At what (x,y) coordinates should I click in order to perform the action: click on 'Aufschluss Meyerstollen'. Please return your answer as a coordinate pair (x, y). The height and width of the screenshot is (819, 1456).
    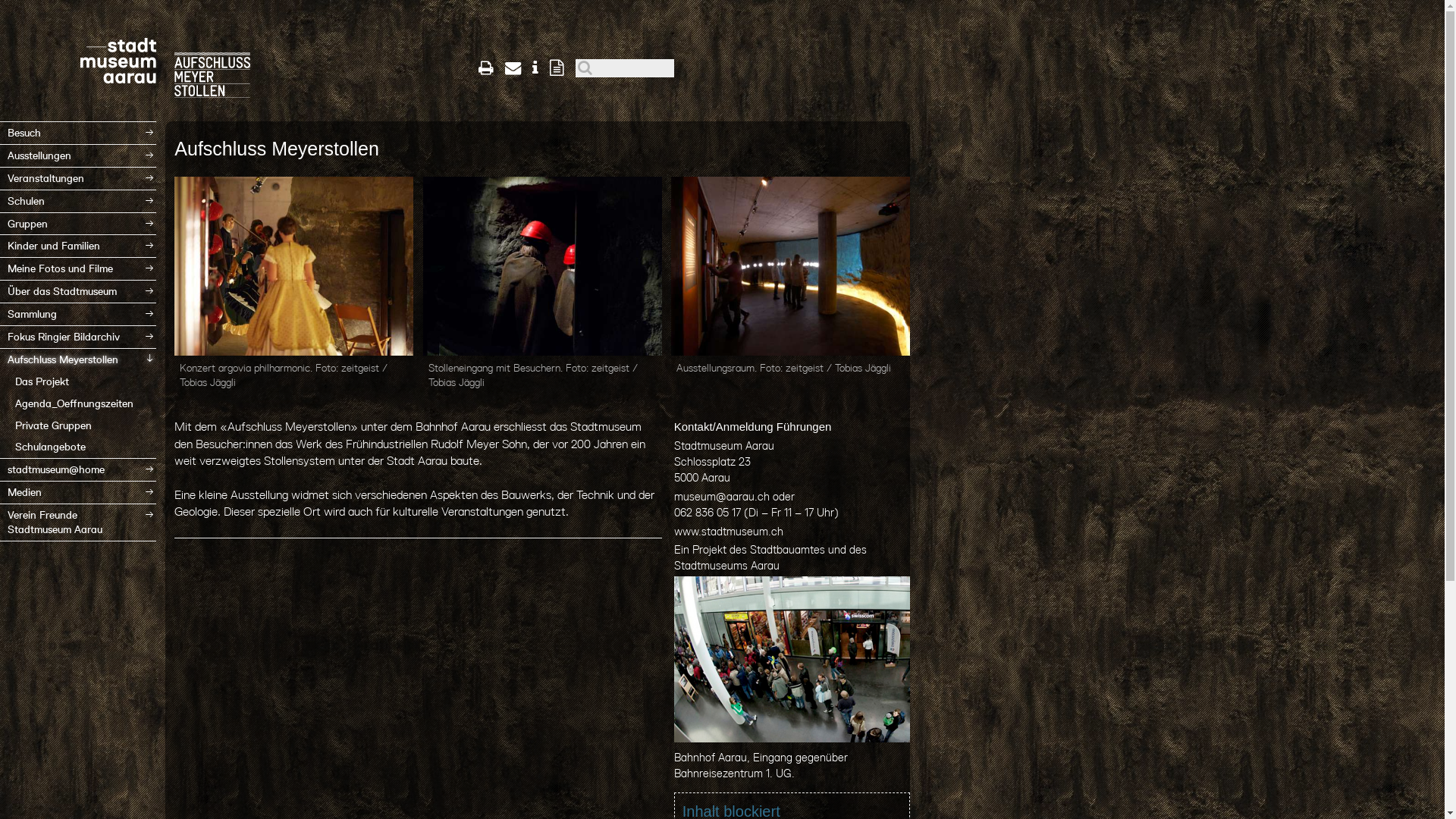
    Looking at the image, I should click on (0, 359).